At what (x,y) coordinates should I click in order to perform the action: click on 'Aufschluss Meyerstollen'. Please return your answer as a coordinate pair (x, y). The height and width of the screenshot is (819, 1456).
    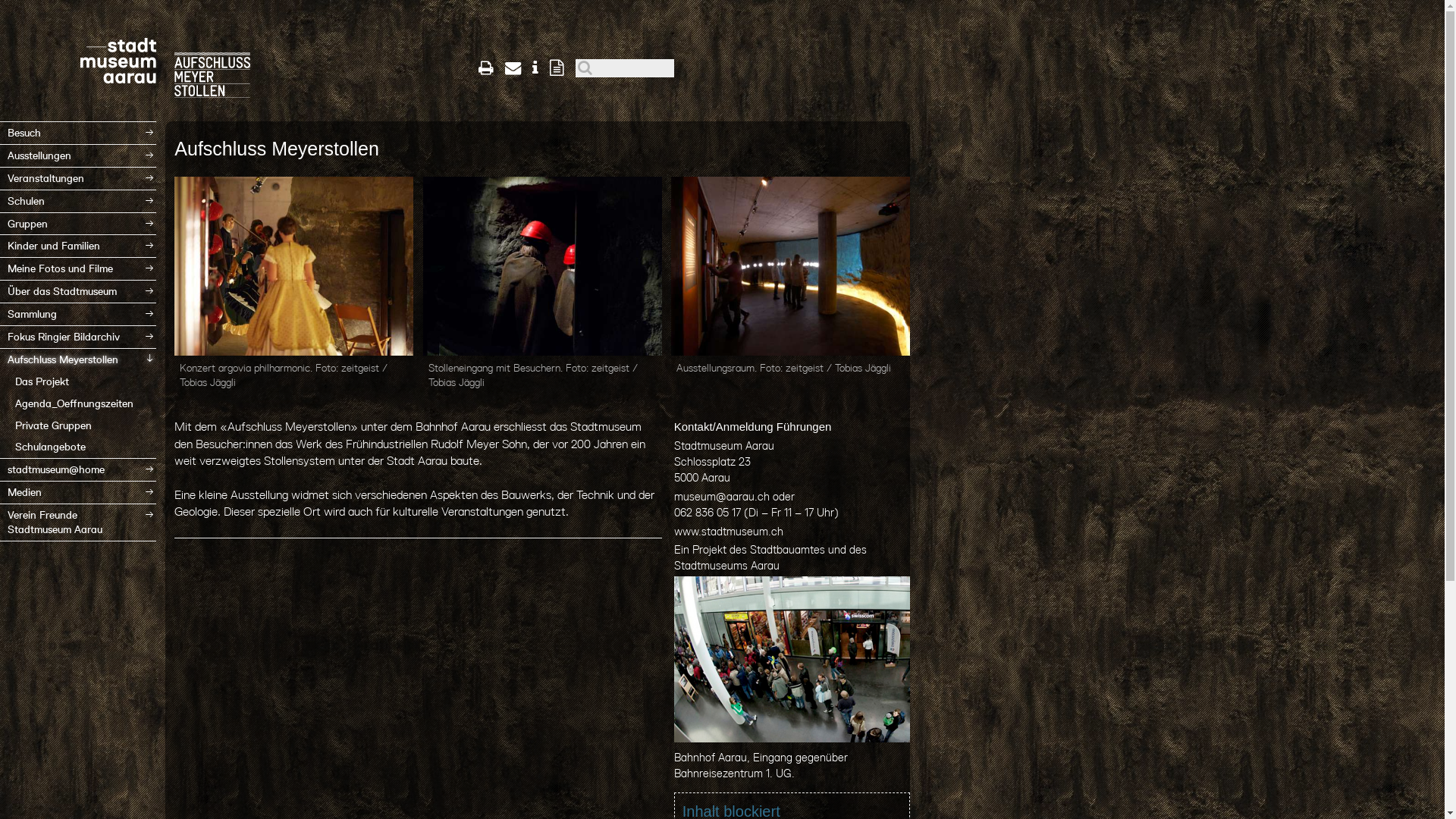
    Looking at the image, I should click on (0, 359).